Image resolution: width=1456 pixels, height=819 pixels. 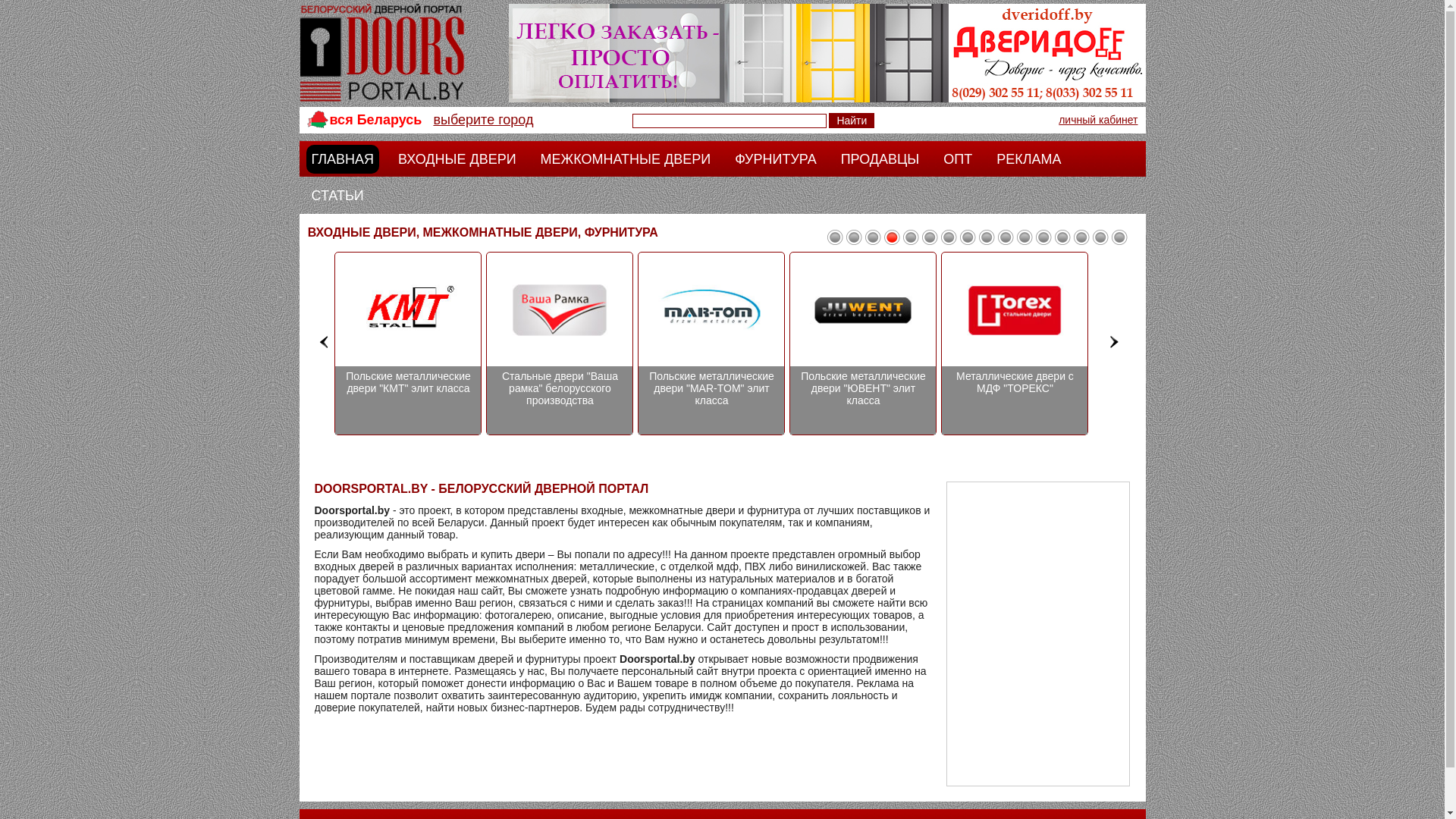 What do you see at coordinates (1110, 341) in the screenshot?
I see `'>'` at bounding box center [1110, 341].